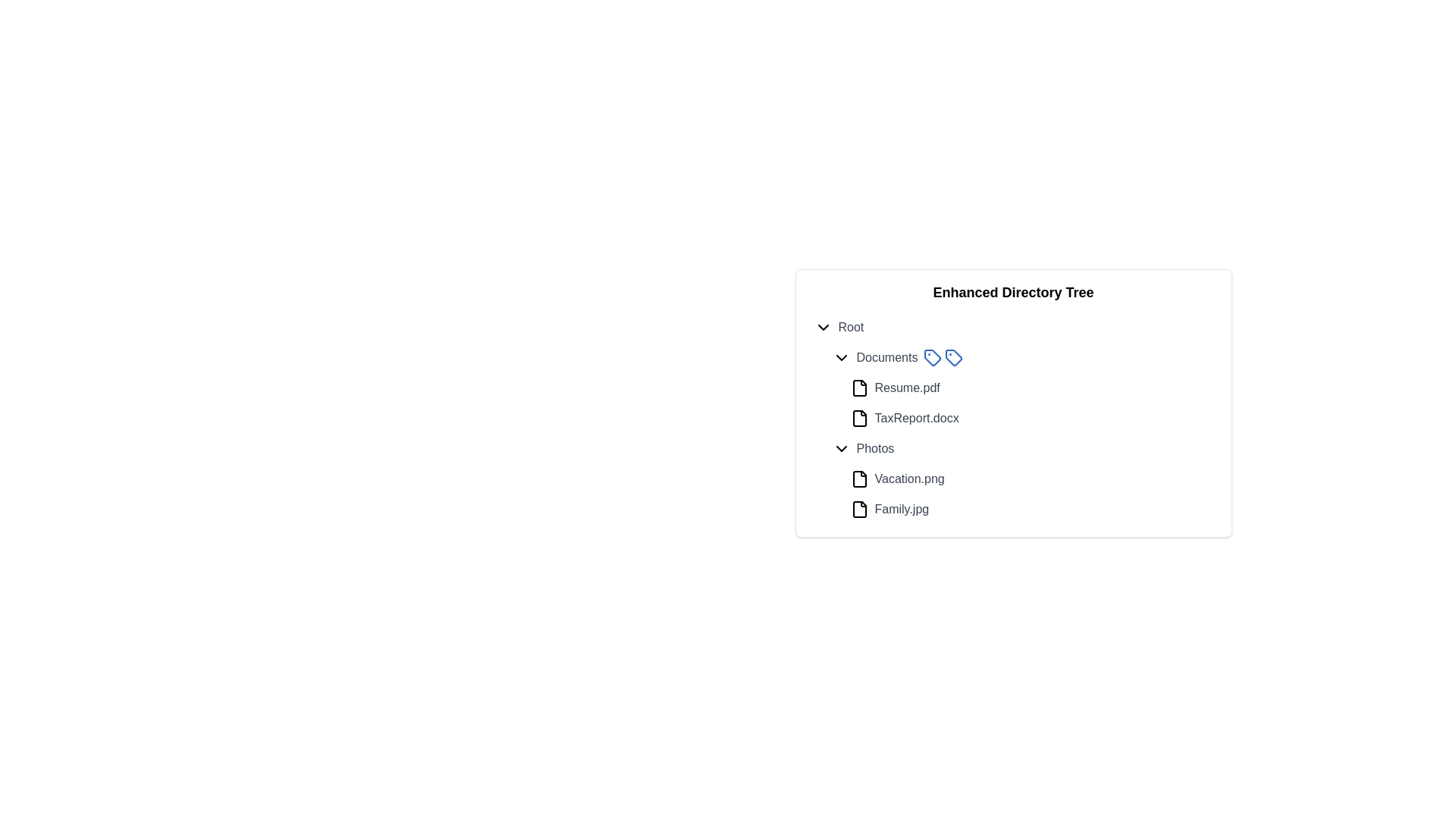  Describe the element at coordinates (822, 327) in the screenshot. I see `the Dropdown indicator icon located at the leftmost side of the 'Root' section` at that location.